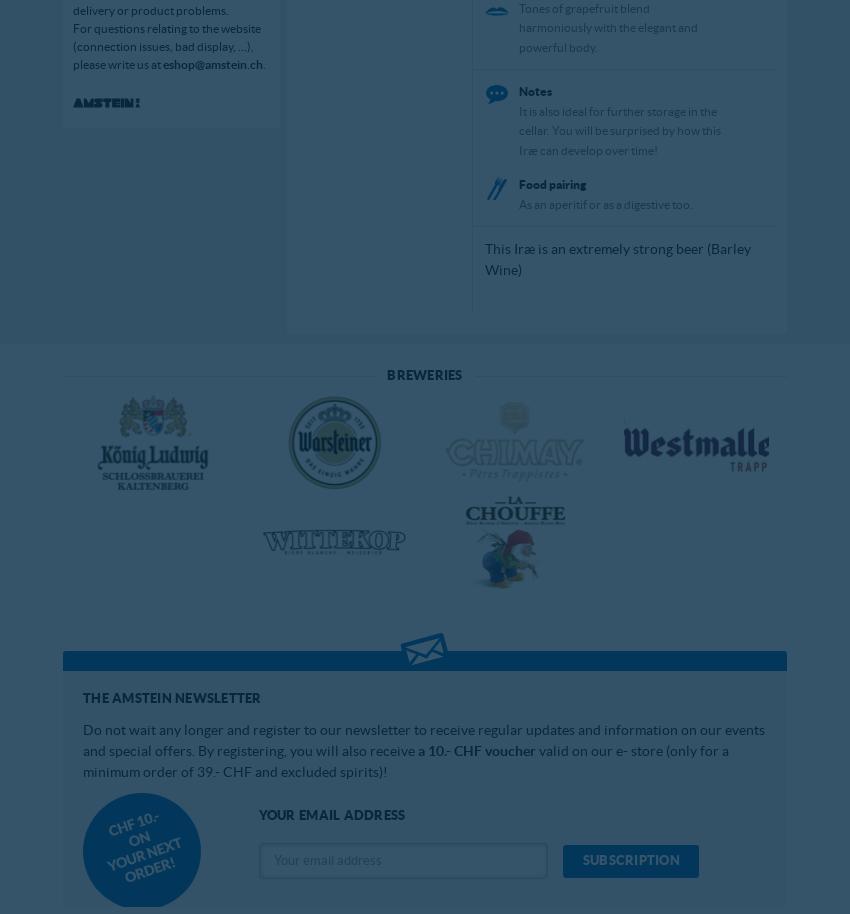  What do you see at coordinates (629, 860) in the screenshot?
I see `'Subscription'` at bounding box center [629, 860].